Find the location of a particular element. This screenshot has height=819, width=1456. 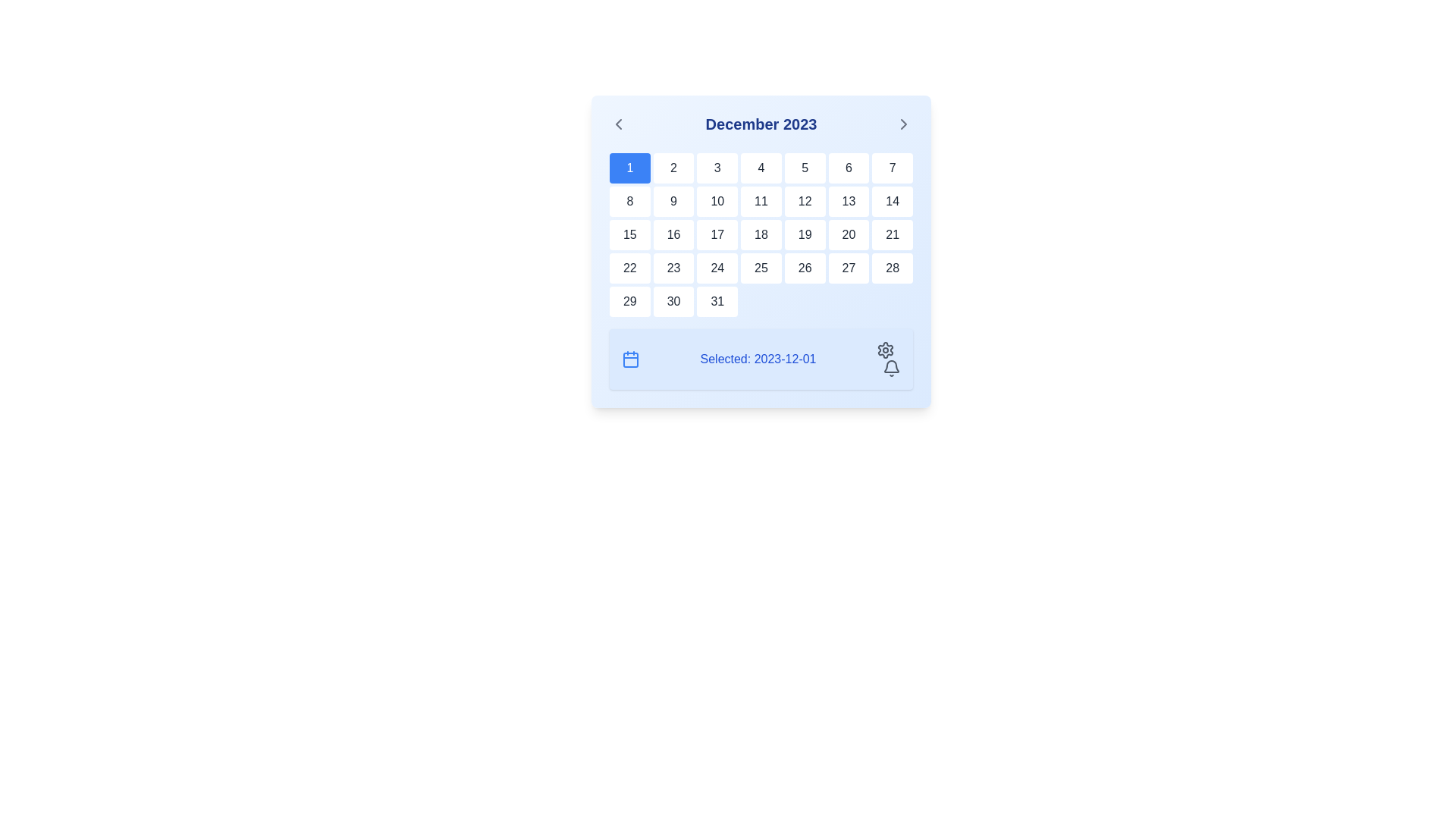

the Static calendar day box displaying the number '20', which has a white background and gray text, located in the third row and sixth column of the calendar grid is located at coordinates (848, 234).